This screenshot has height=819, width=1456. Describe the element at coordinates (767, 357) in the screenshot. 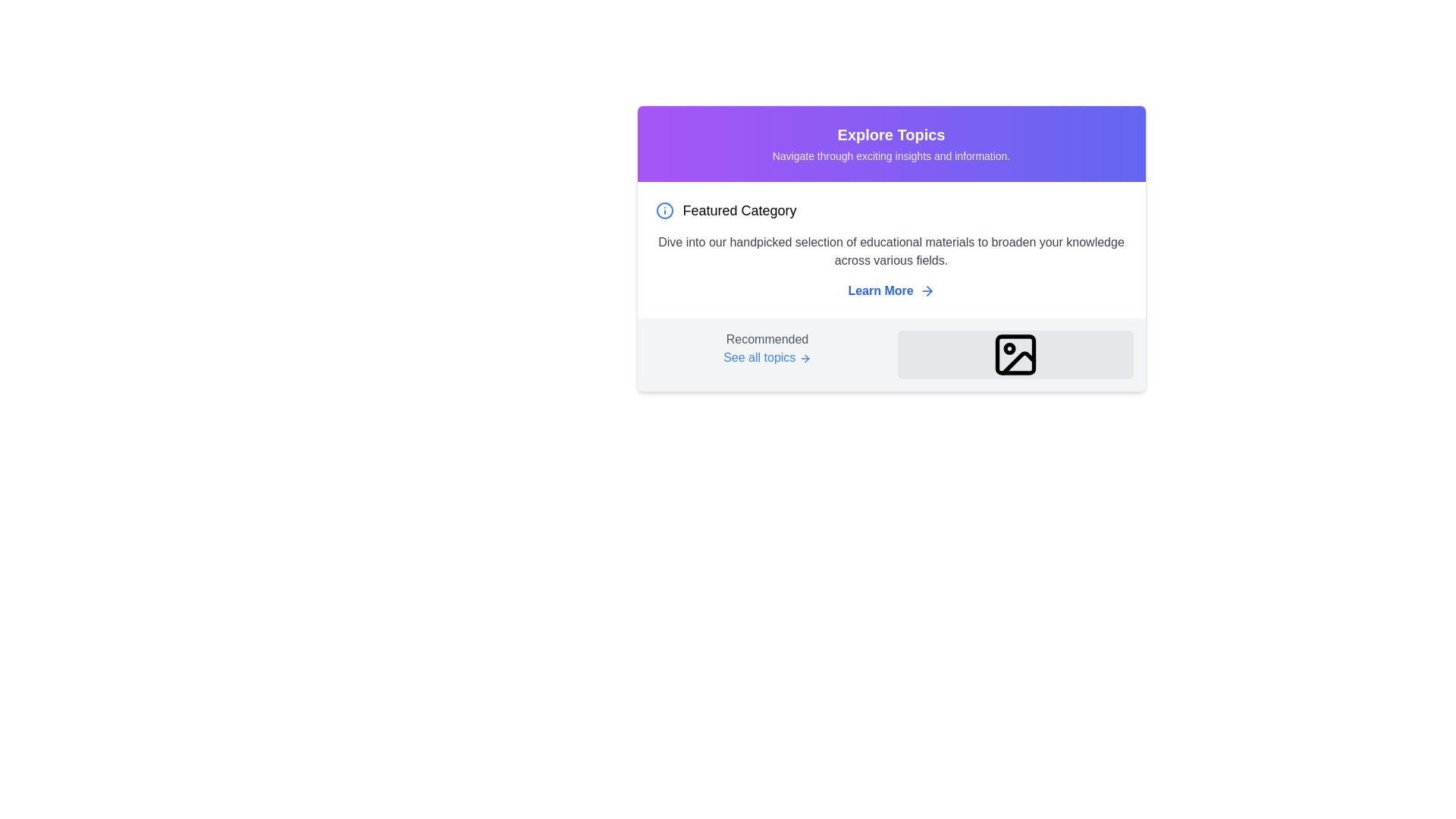

I see `the blue hyperlink text 'See all topics' located in the 'Recommended' section at the bottom left of a card` at that location.